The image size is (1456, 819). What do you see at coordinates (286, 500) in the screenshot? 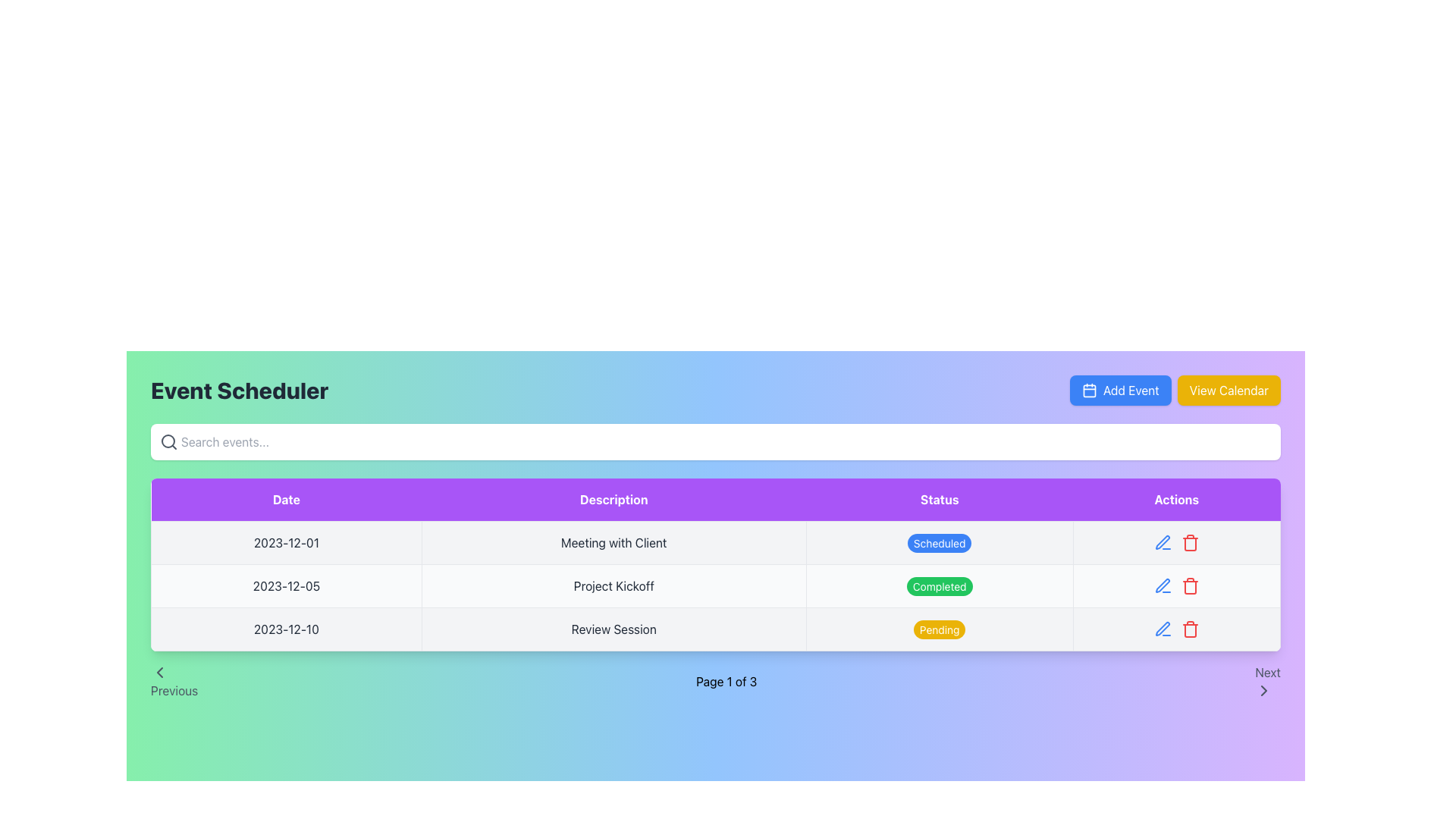
I see `the Table Column Header that indicates dates associated with listed events, located at the top-left section of the table` at bounding box center [286, 500].